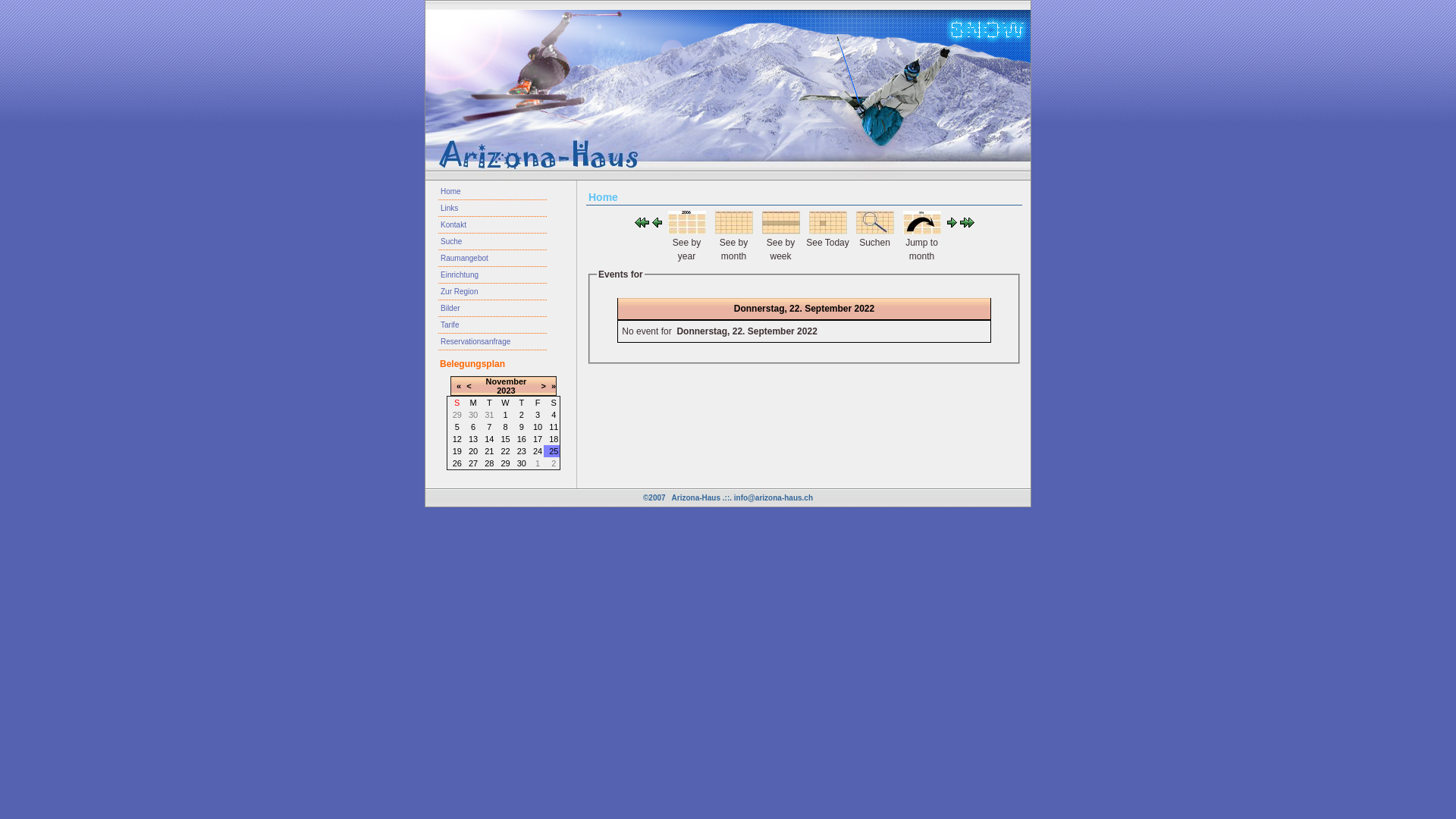 The image size is (1456, 819). What do you see at coordinates (492, 191) in the screenshot?
I see `'Home'` at bounding box center [492, 191].